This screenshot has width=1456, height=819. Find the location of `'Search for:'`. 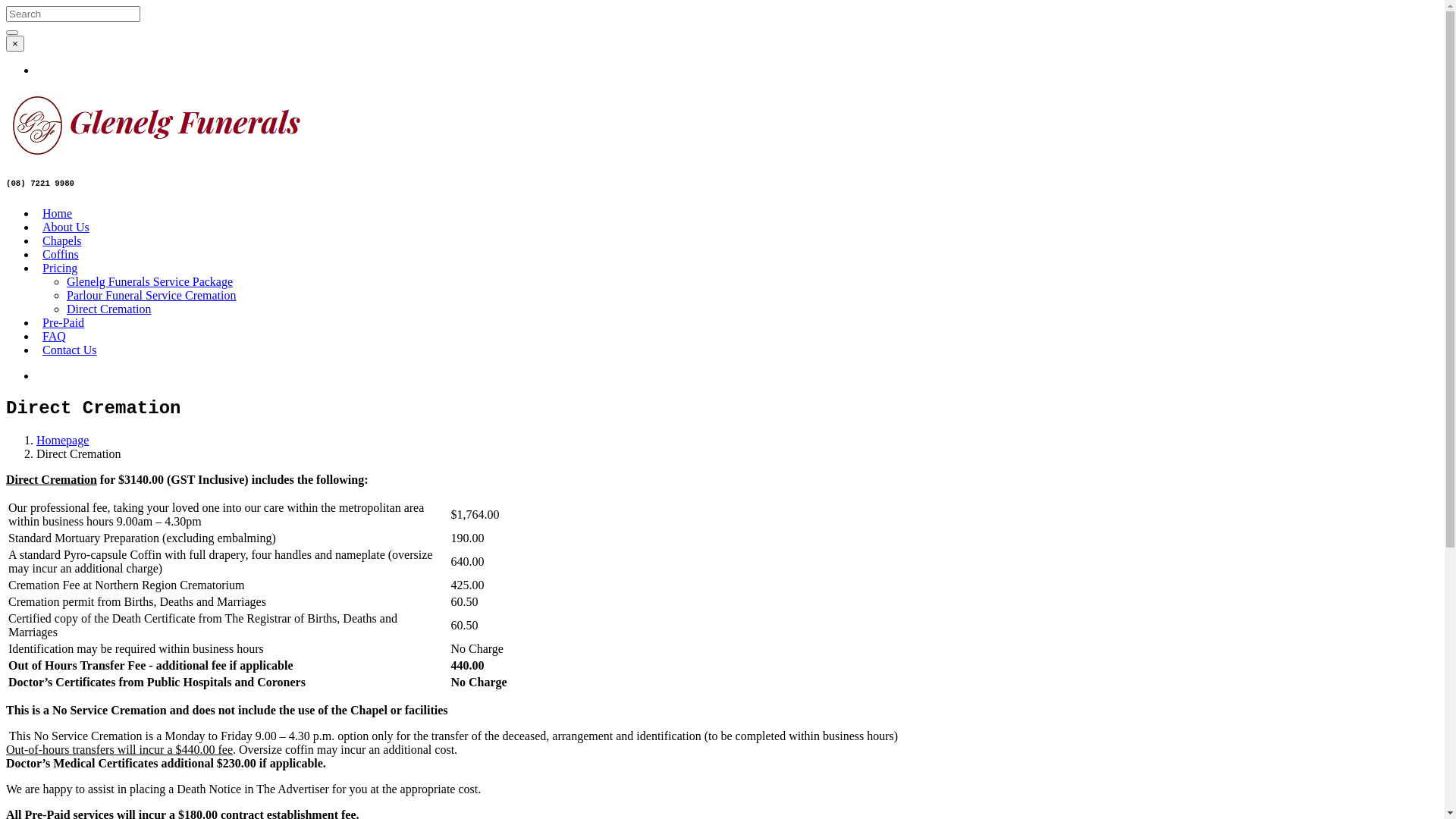

'Search for:' is located at coordinates (6, 14).